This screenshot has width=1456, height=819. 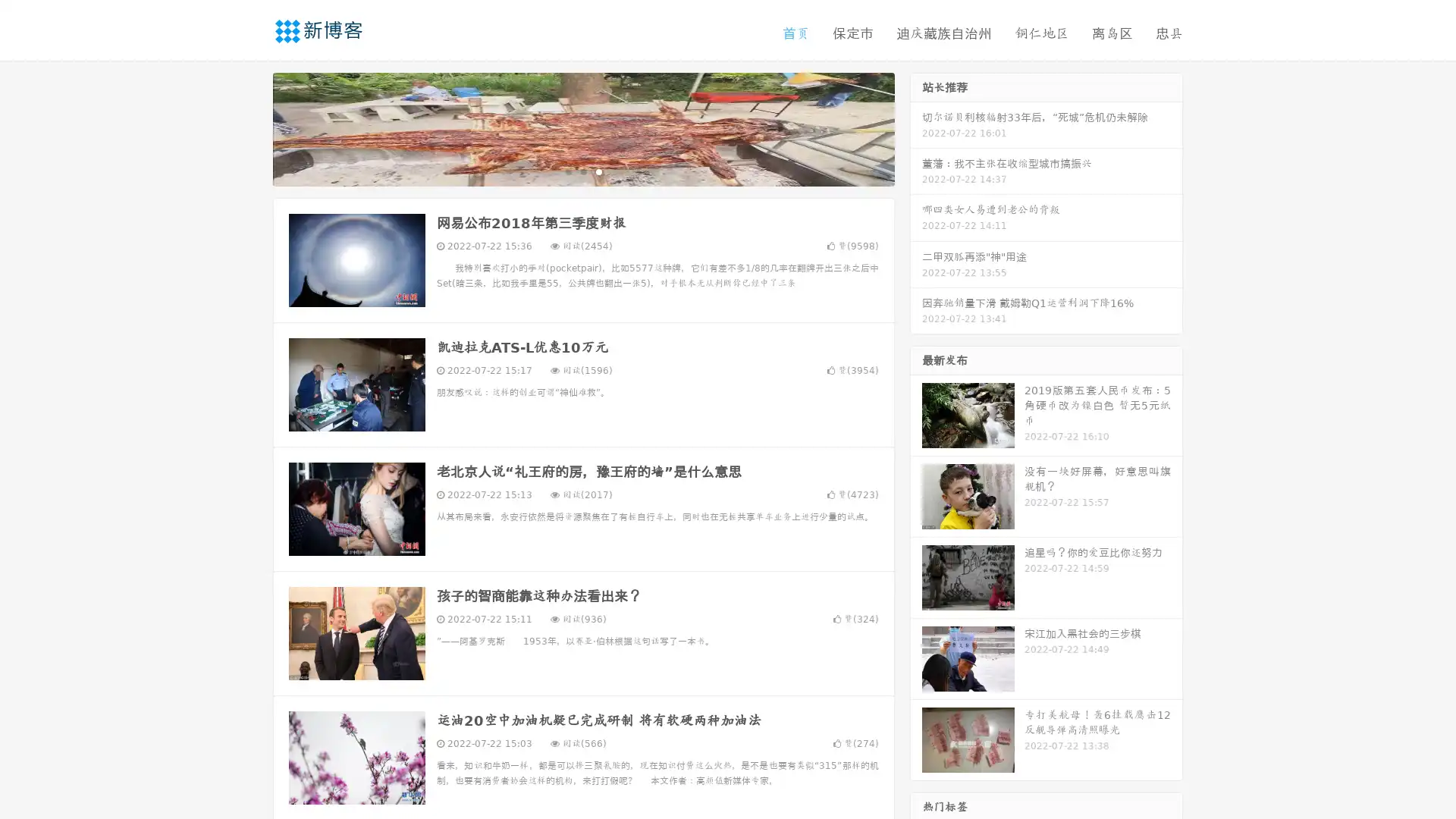 I want to click on Go to slide 3, so click(x=598, y=171).